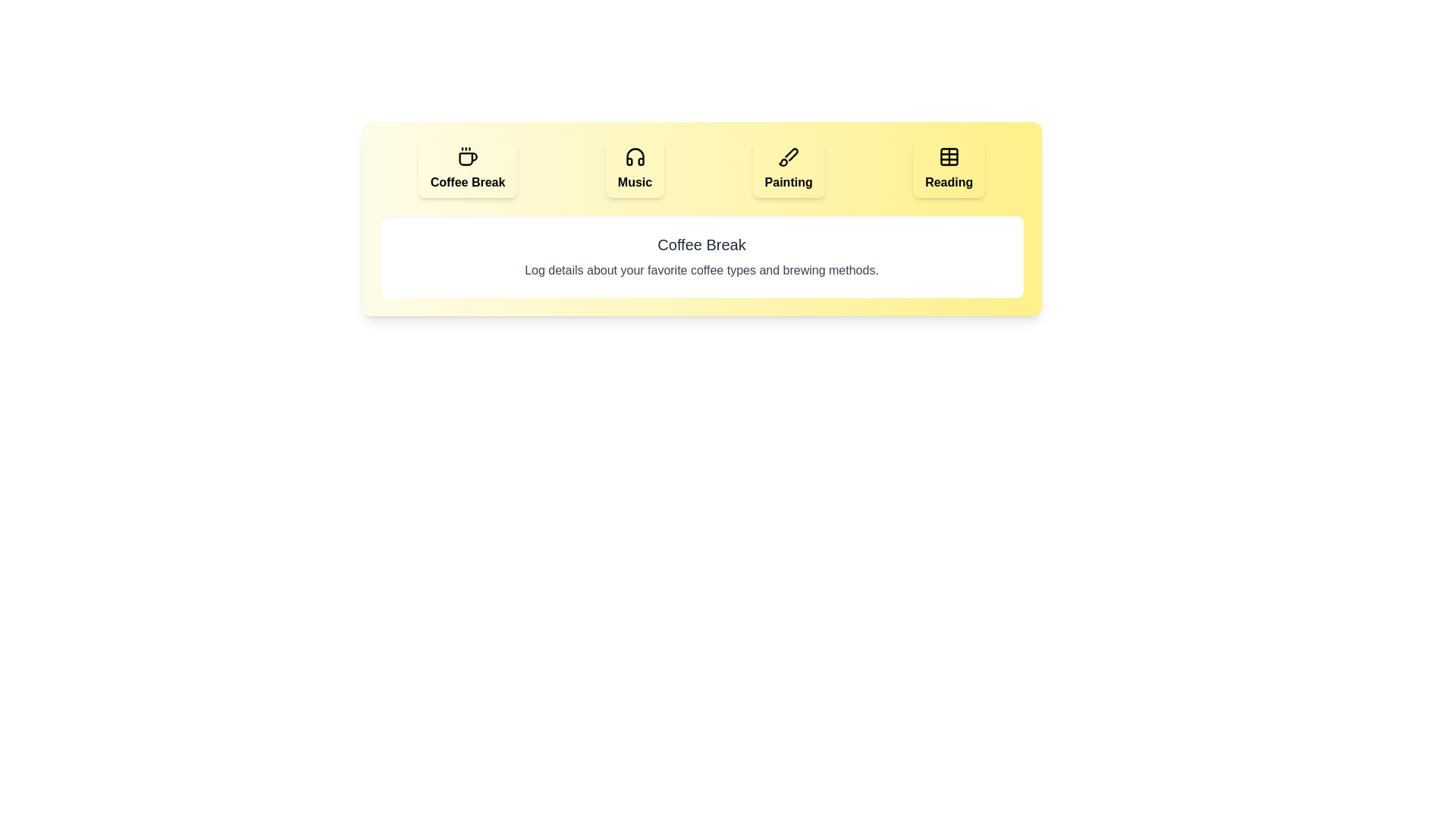 The image size is (1456, 819). I want to click on the 'Music' text label located in the central upper navigation area, positioned below the headphones icon and second from the left in a group of options, so click(635, 181).